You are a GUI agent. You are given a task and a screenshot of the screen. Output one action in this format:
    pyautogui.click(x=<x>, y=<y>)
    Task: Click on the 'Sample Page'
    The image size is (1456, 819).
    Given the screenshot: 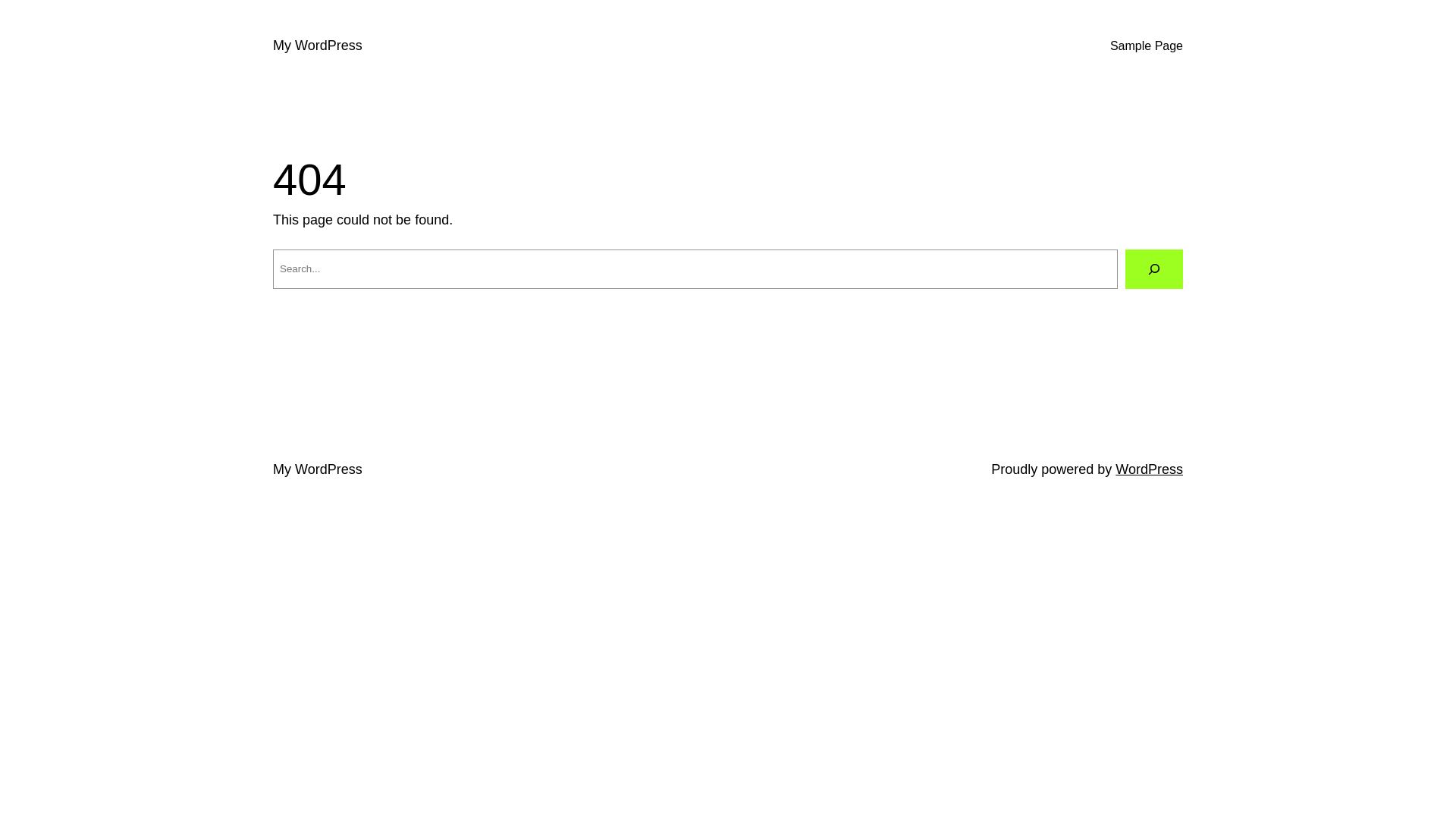 What is the action you would take?
    pyautogui.click(x=1110, y=45)
    